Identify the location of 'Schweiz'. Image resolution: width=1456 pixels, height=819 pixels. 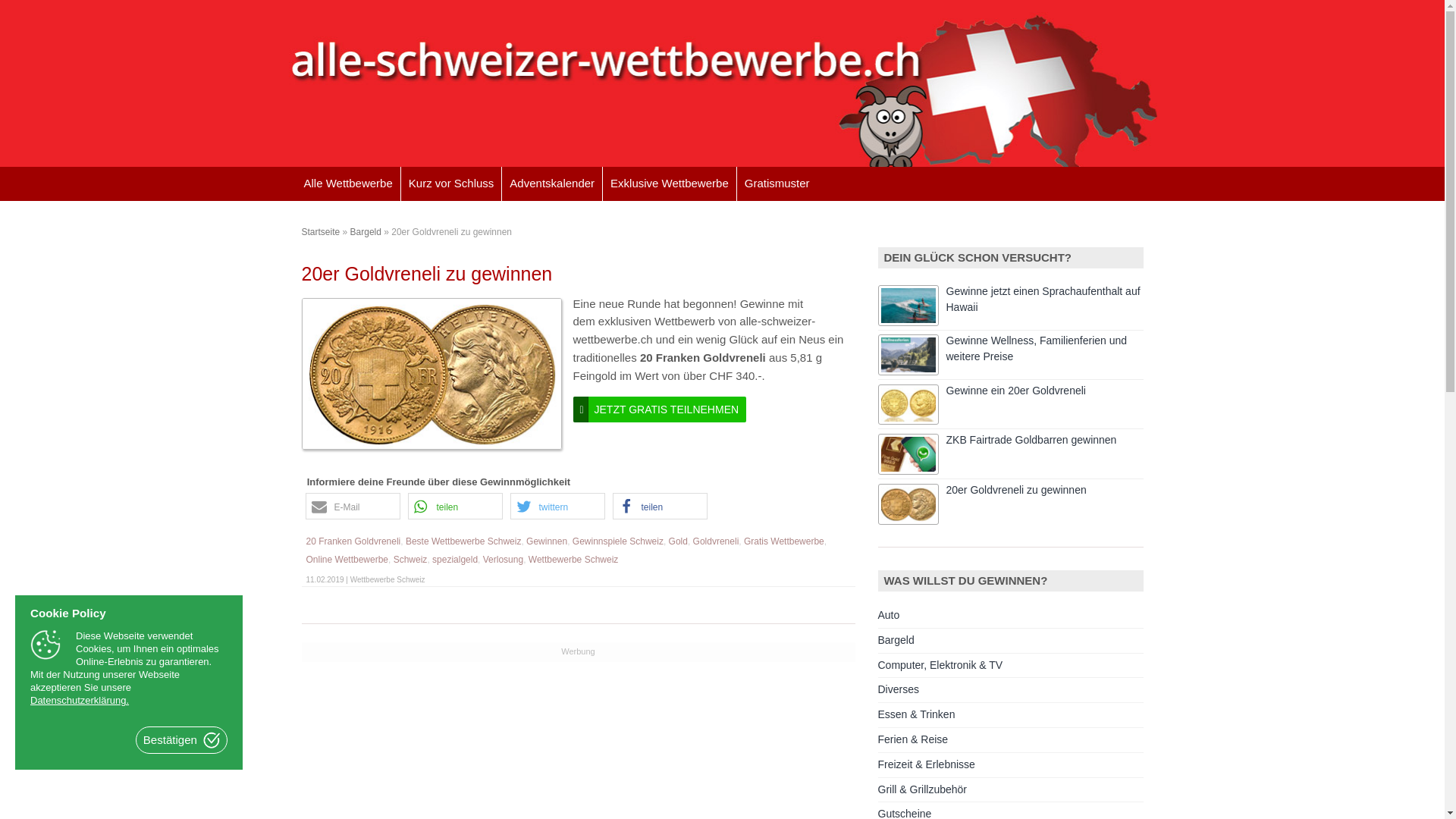
(410, 559).